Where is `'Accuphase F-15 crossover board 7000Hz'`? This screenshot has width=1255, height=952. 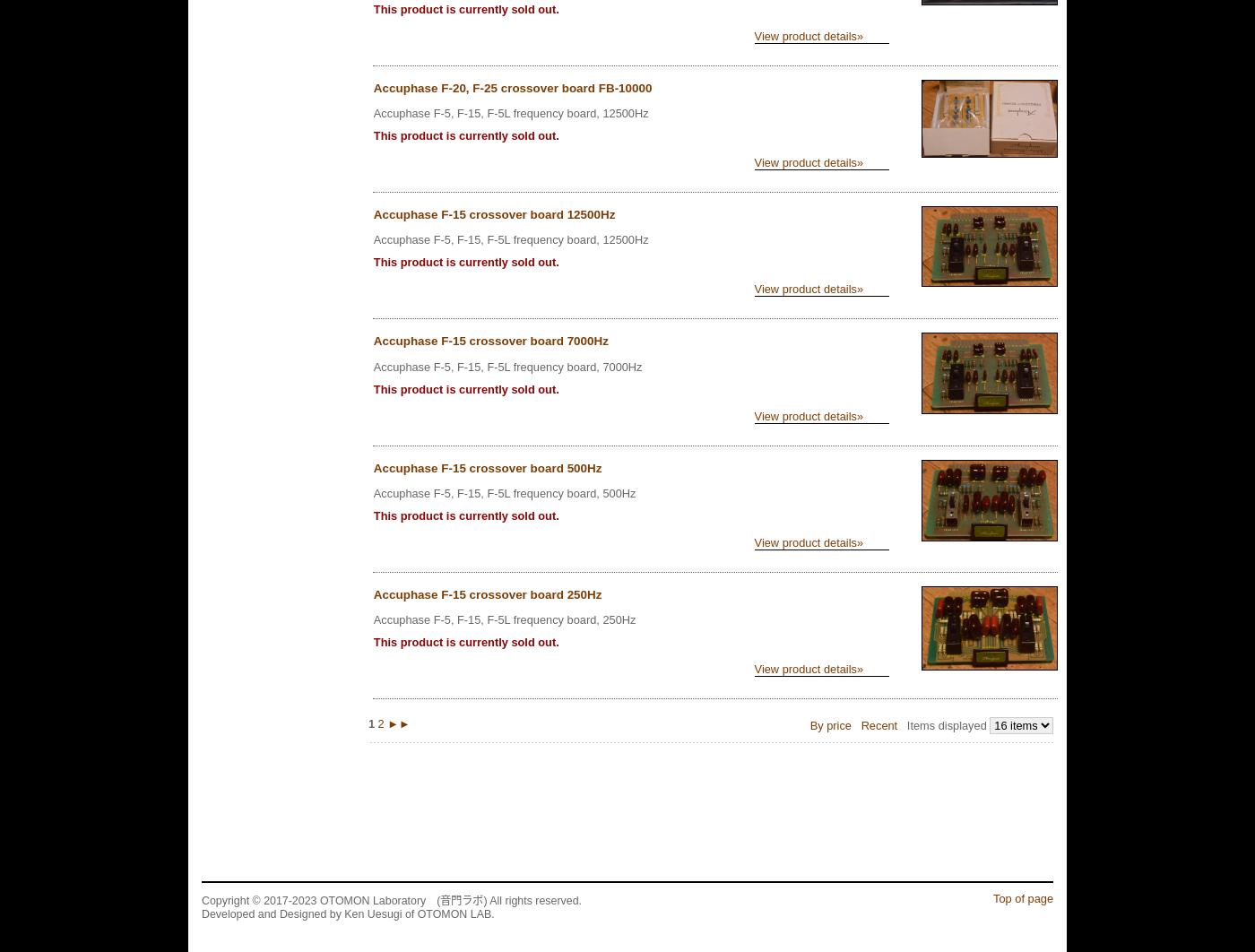
'Accuphase F-15 crossover board 7000Hz' is located at coordinates (489, 340).